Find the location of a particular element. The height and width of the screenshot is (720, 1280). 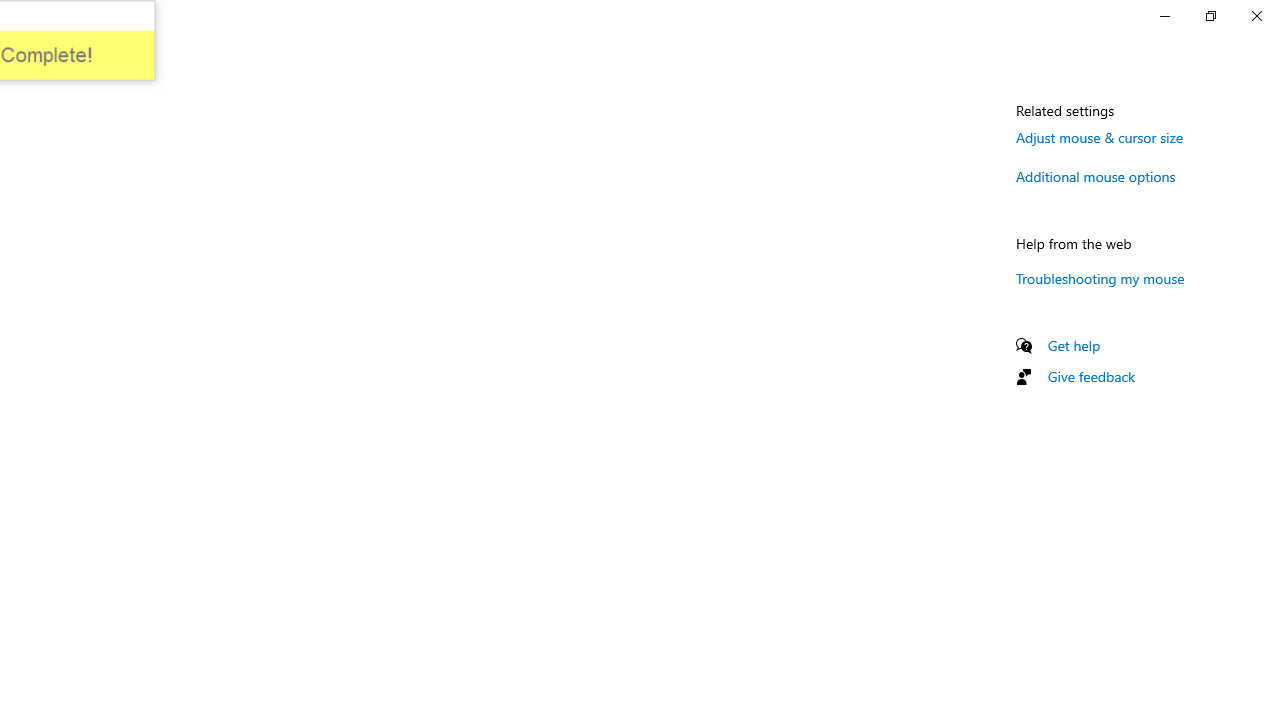

'Troubleshooting my mouse' is located at coordinates (1099, 278).